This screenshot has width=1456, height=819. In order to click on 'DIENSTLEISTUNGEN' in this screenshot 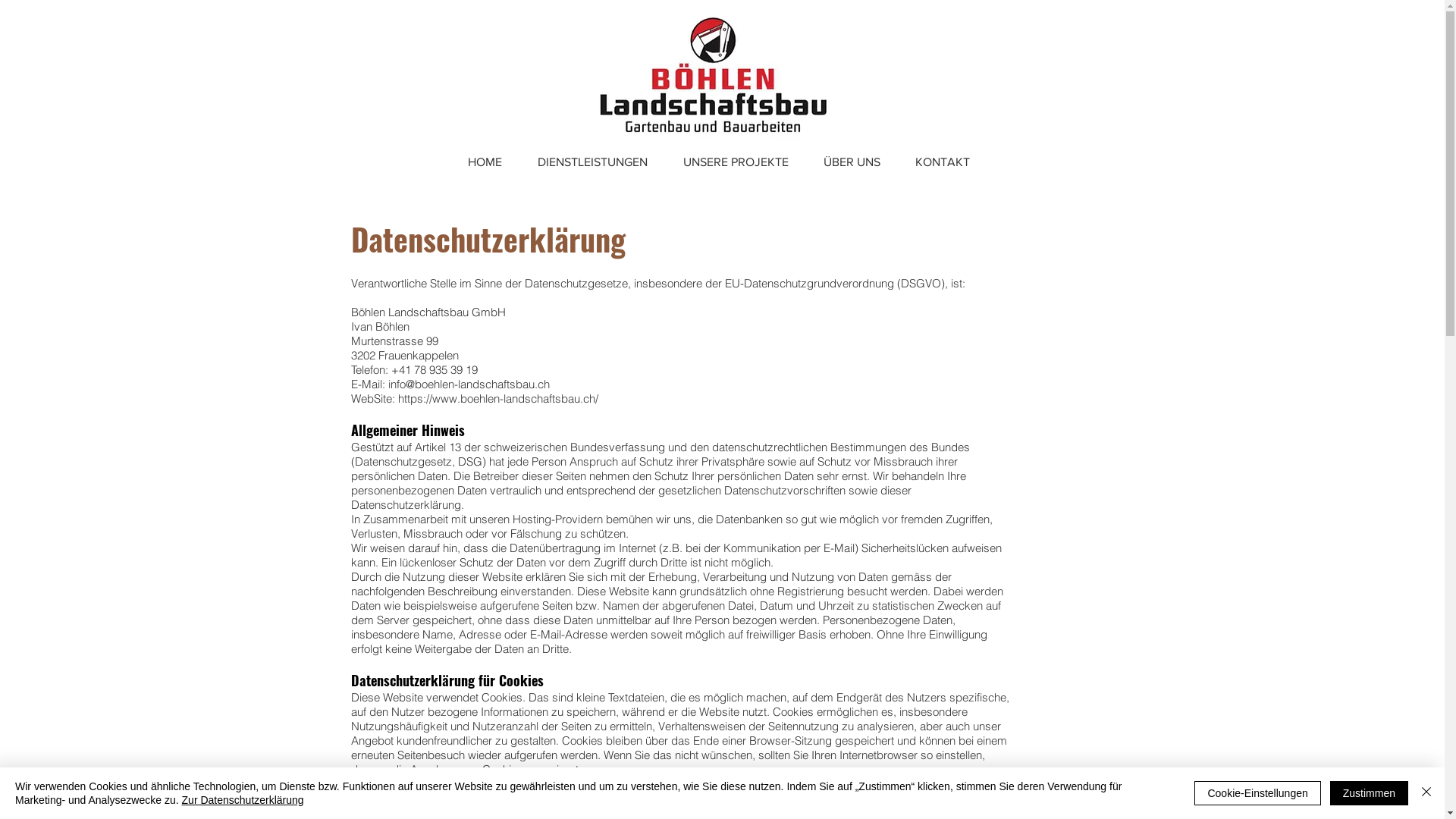, I will do `click(520, 162)`.